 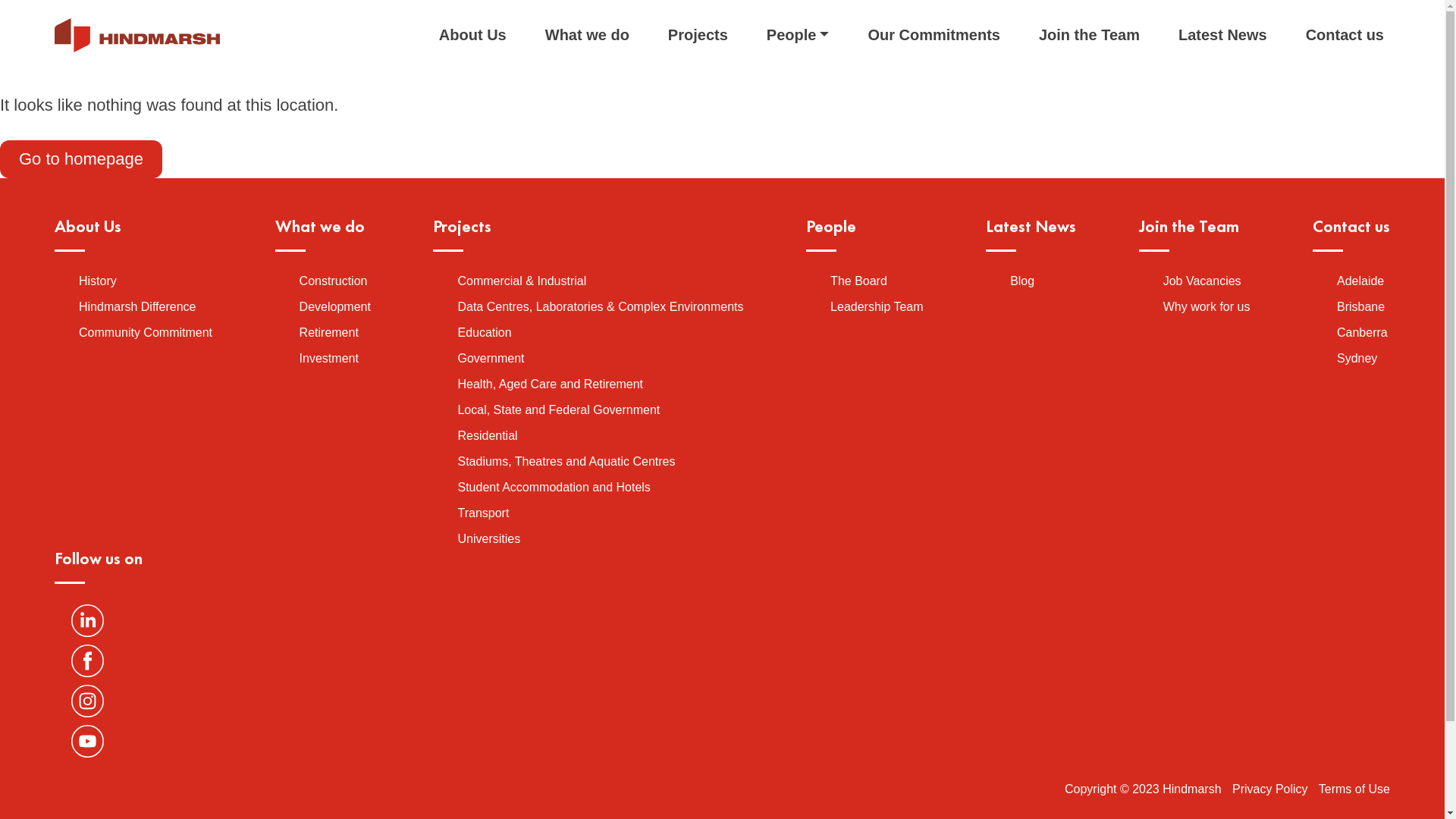 I want to click on 'Blog', so click(x=1022, y=281).